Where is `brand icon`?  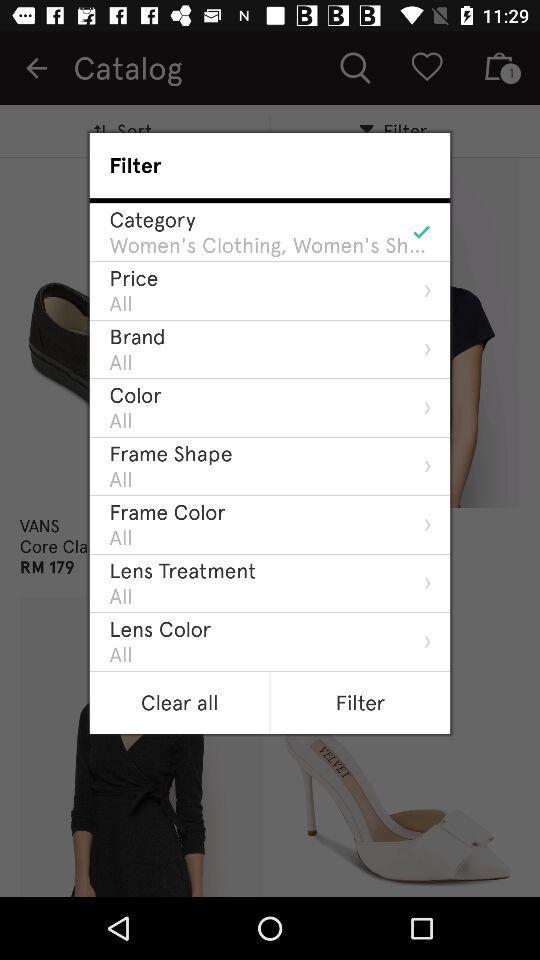 brand icon is located at coordinates (136, 336).